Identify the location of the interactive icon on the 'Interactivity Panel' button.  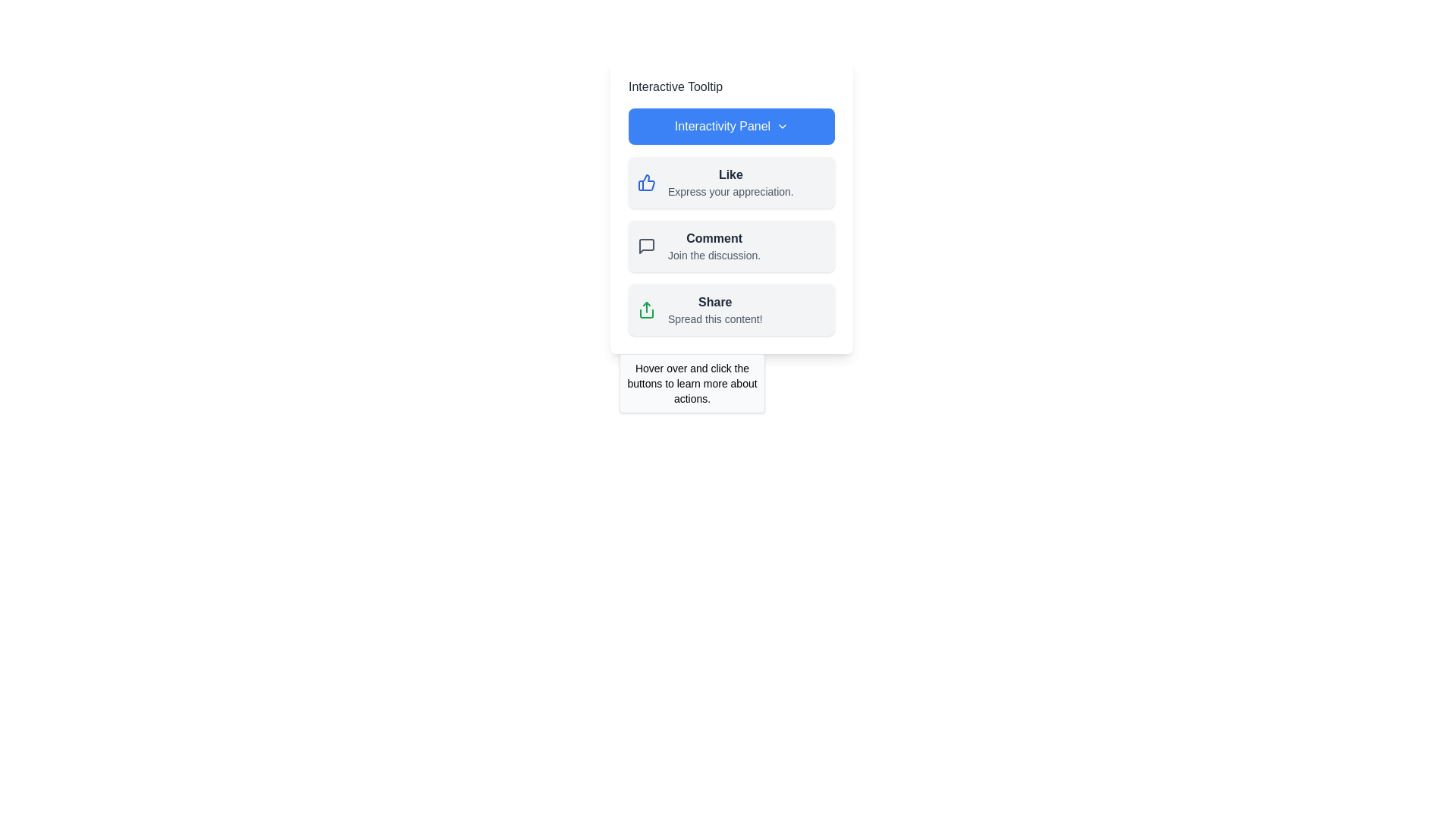
(783, 125).